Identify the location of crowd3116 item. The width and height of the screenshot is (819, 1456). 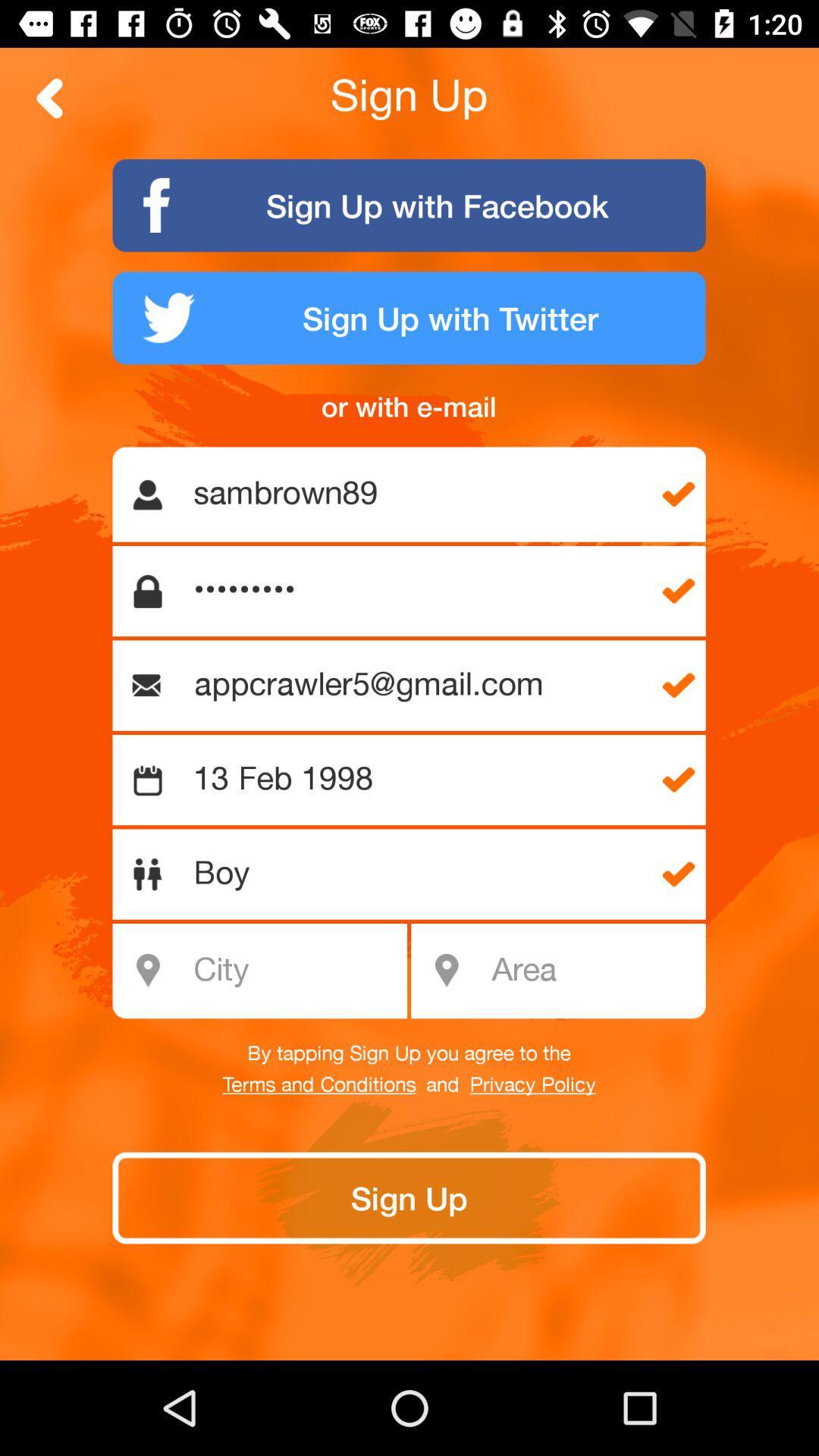
(417, 590).